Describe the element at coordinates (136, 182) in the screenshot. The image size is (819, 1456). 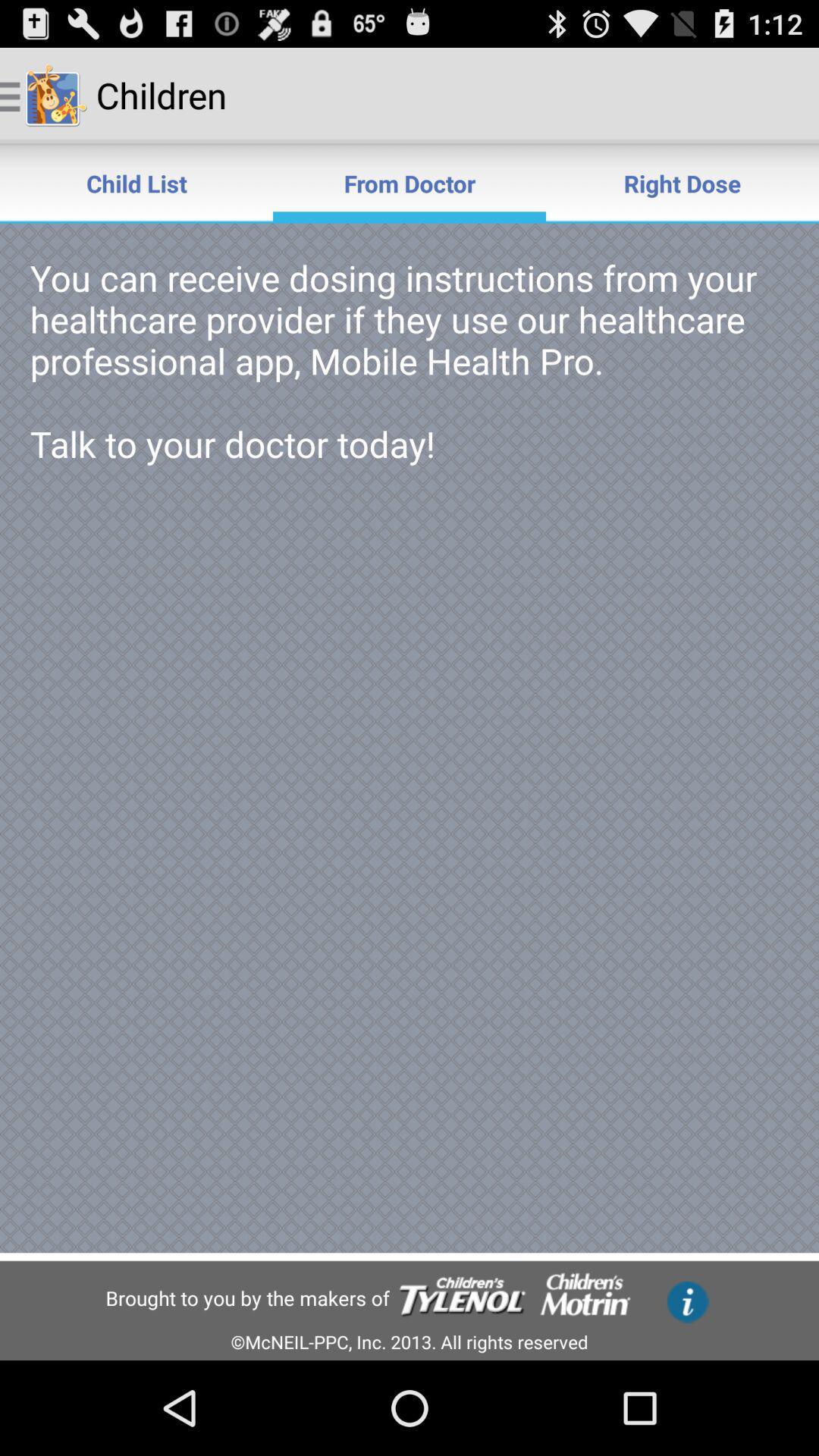
I see `item above the you can receive item` at that location.